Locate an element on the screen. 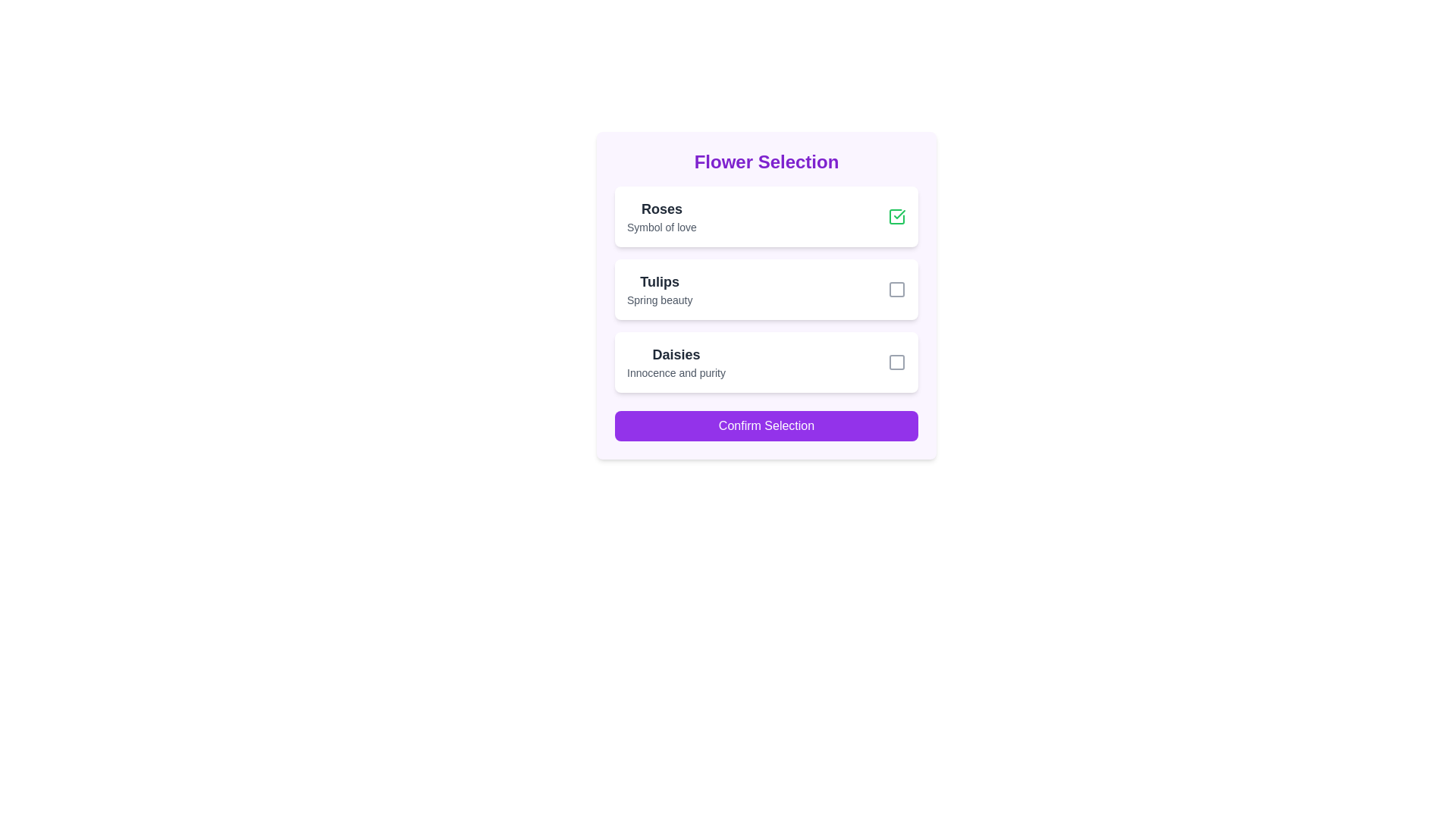  the 'Tulips' selectable card option, which is the second option in the list of flower choices, located between the 'Roses' and 'Daisies' cards is located at coordinates (767, 295).